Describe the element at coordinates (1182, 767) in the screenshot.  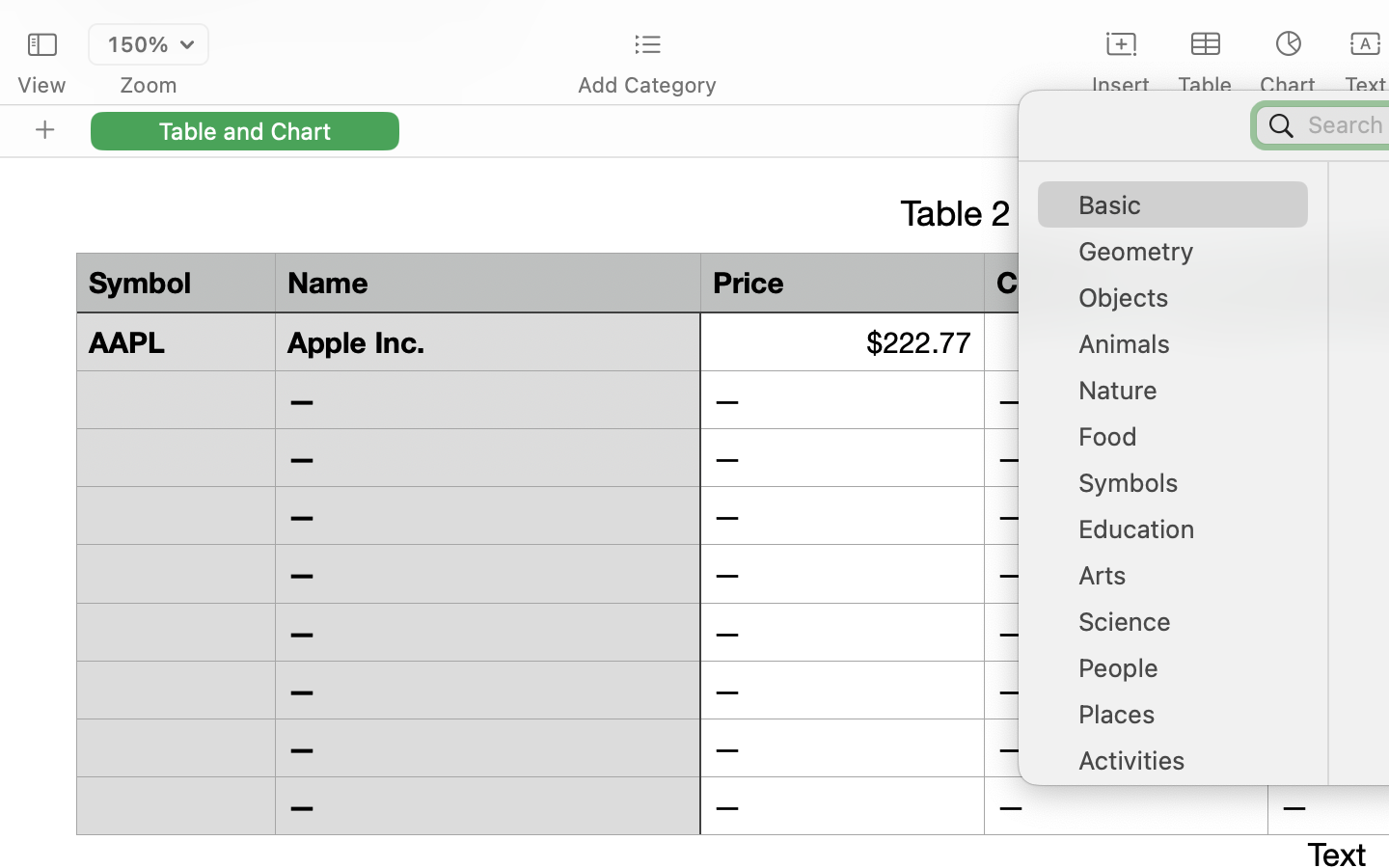
I see `'Activities'` at that location.